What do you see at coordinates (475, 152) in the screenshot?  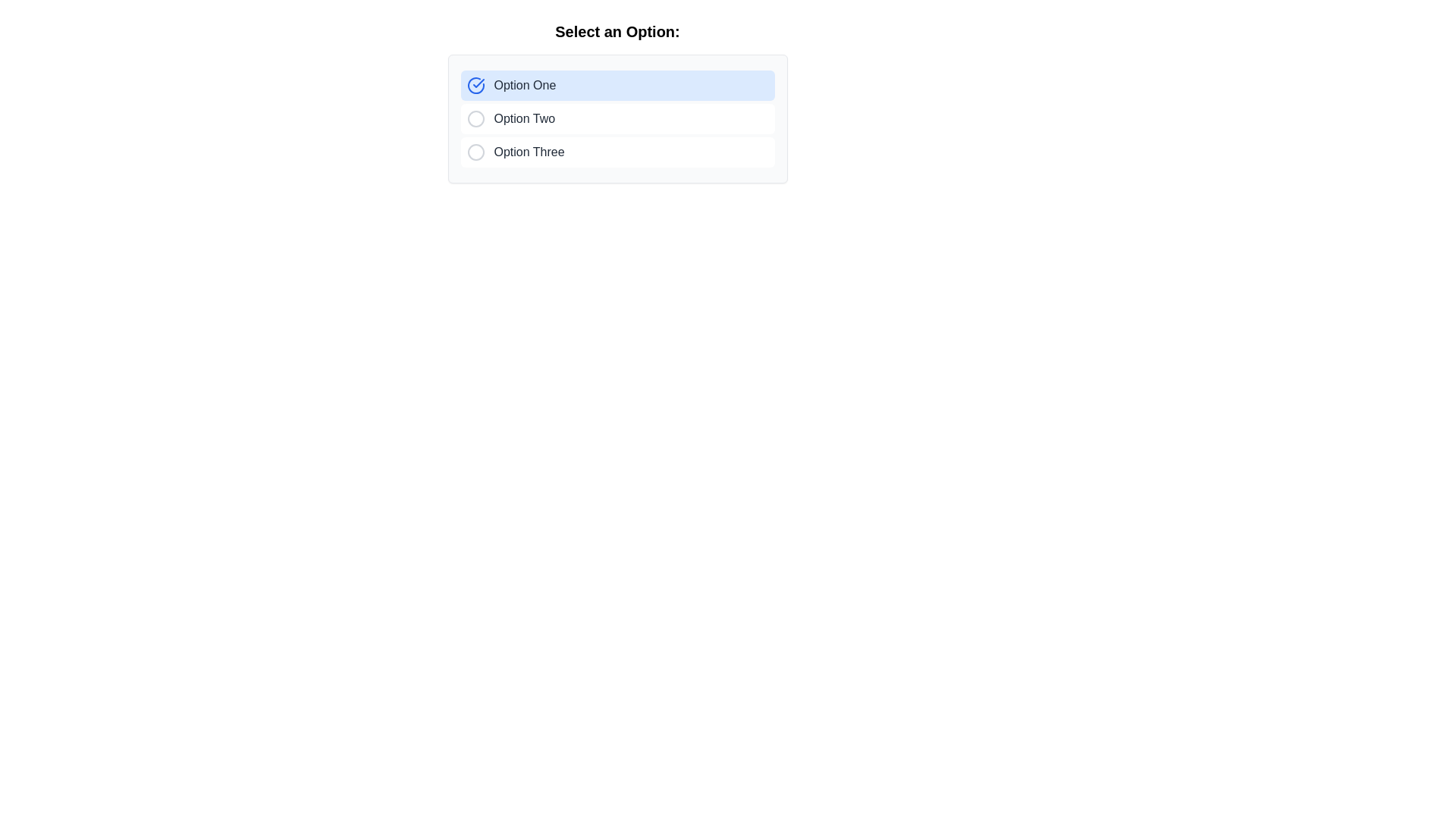 I see `the radio button icon with a thin gray outline located to the left of the text 'Option Three'` at bounding box center [475, 152].